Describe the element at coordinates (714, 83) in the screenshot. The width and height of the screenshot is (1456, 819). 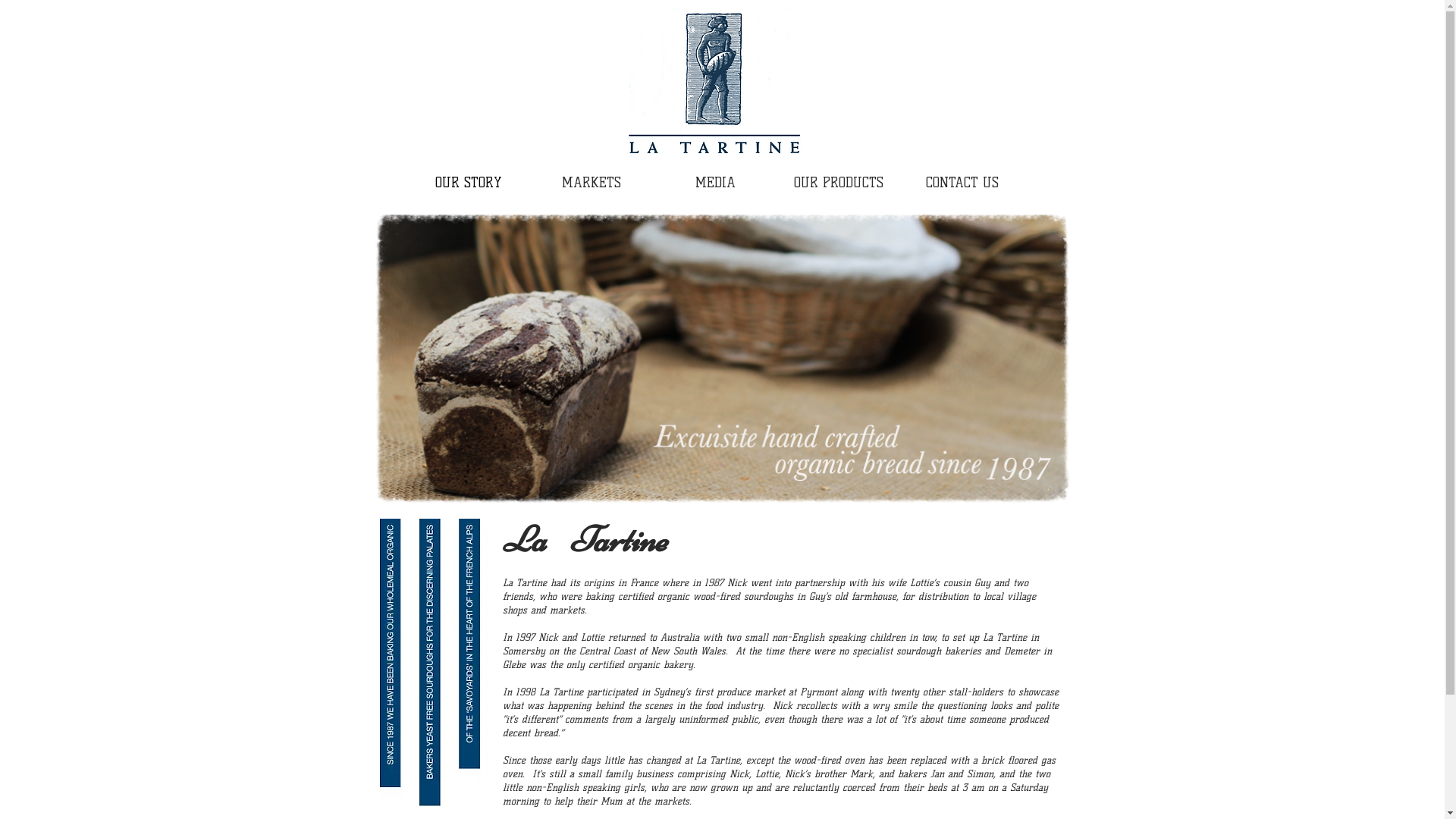
I see `'logo refait.png'` at that location.